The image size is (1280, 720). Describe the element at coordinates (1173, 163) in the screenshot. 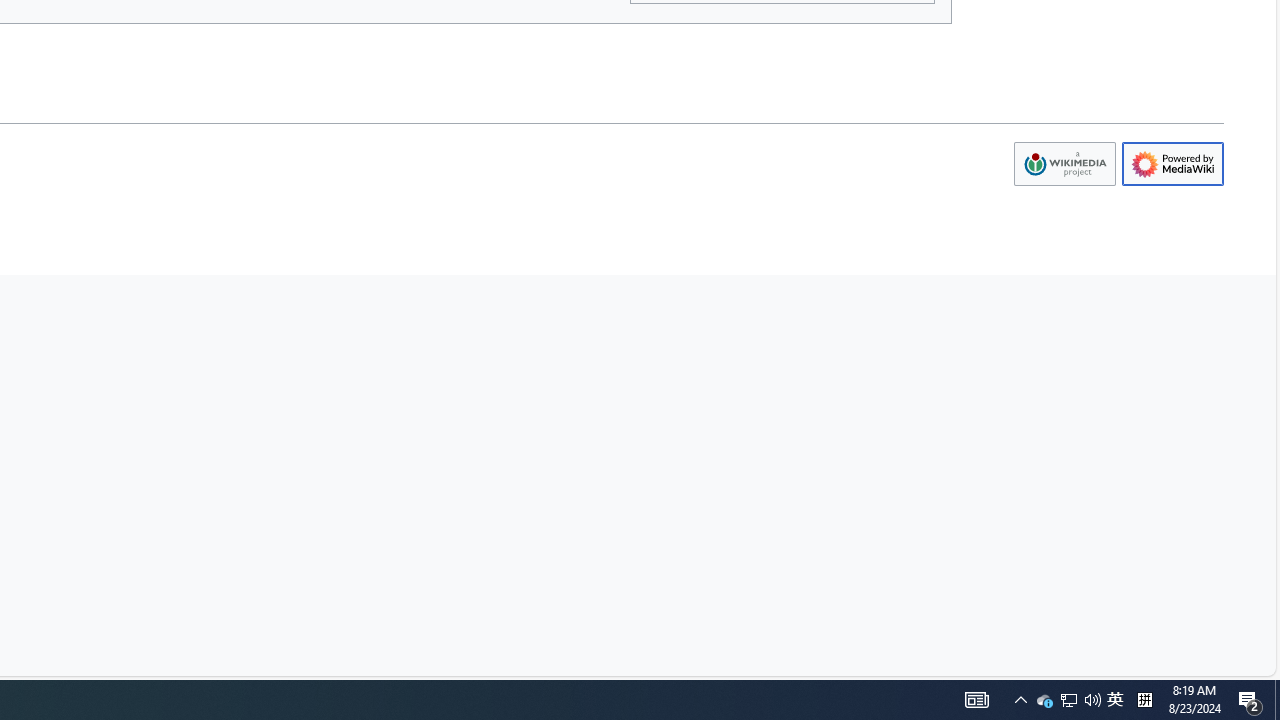

I see `'Powered by MediaWiki'` at that location.